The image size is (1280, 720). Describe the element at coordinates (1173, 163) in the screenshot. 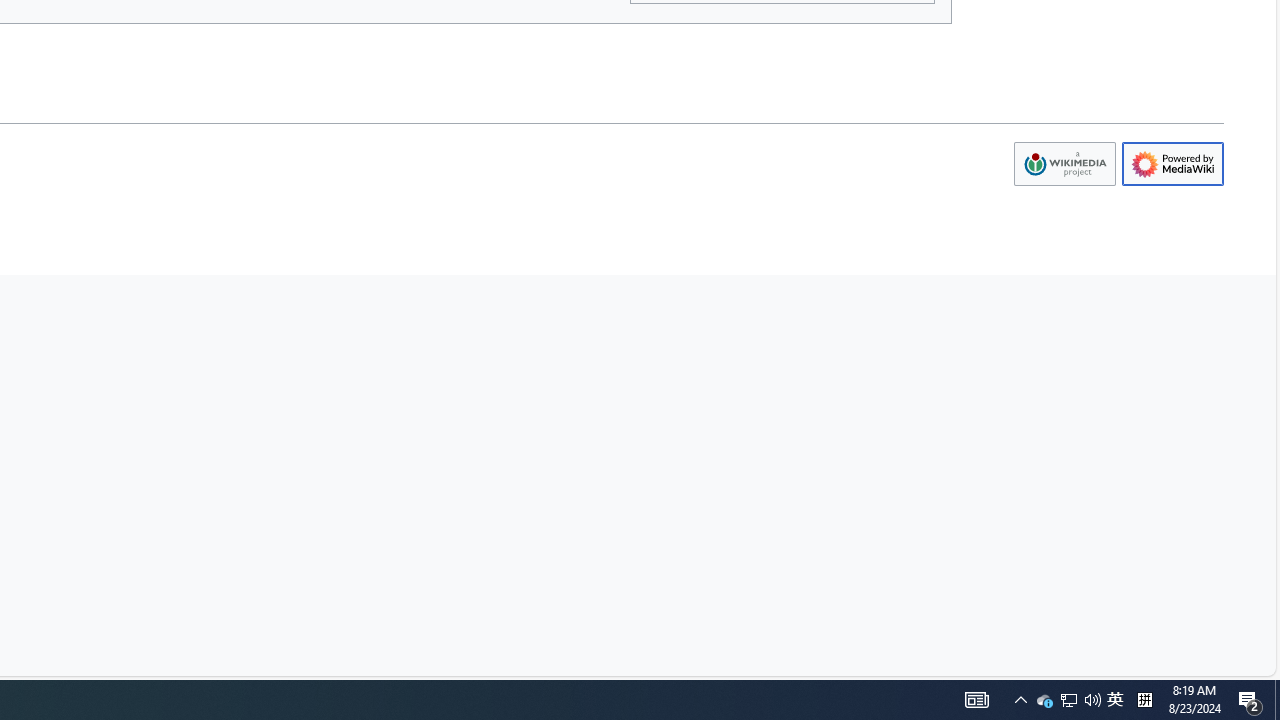

I see `'Powered by MediaWiki'` at that location.